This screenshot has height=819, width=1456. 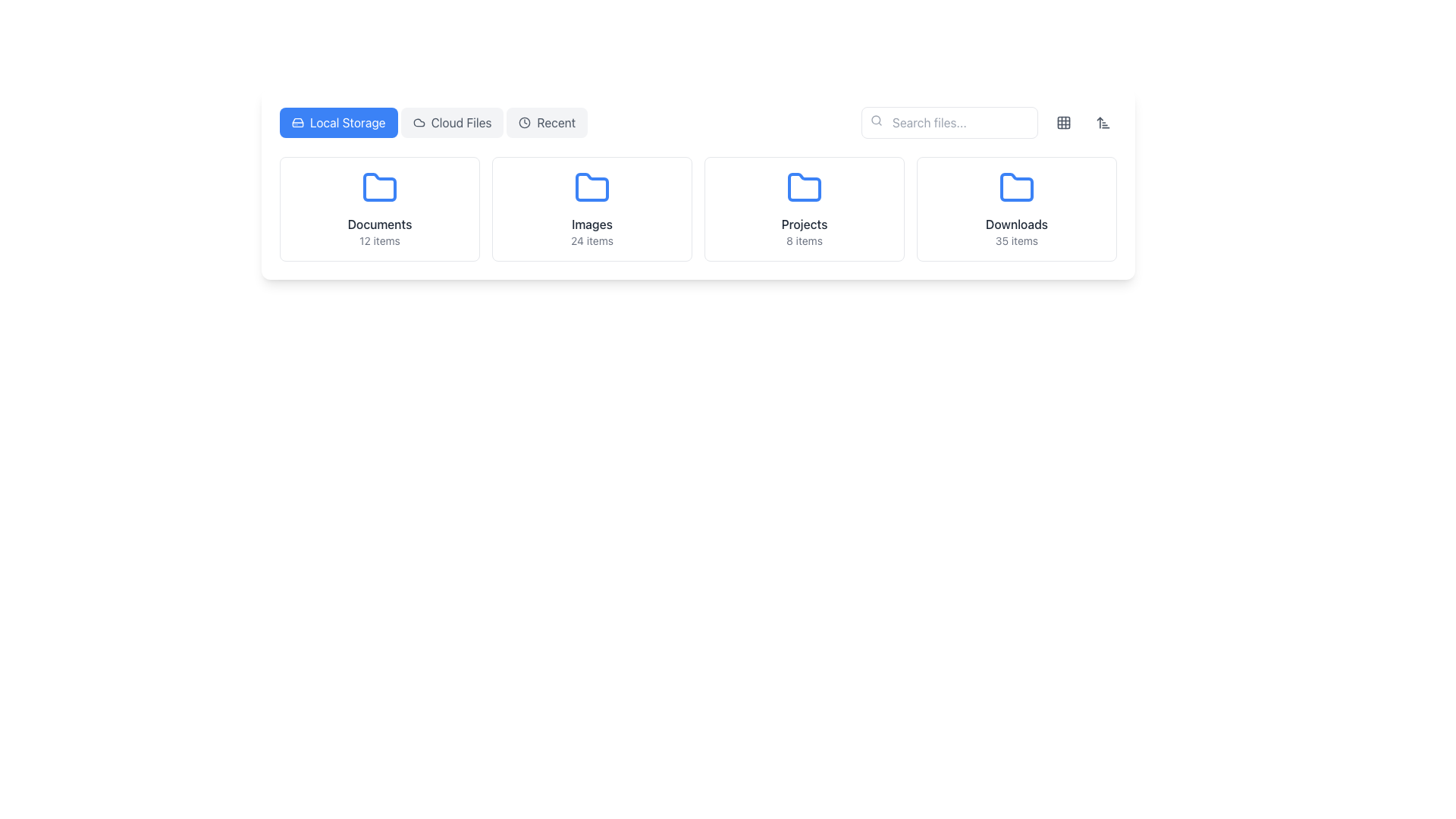 What do you see at coordinates (803, 186) in the screenshot?
I see `the SVG icon representing the 'Projects' folder, which is the third item from the left in the second row of folder items` at bounding box center [803, 186].